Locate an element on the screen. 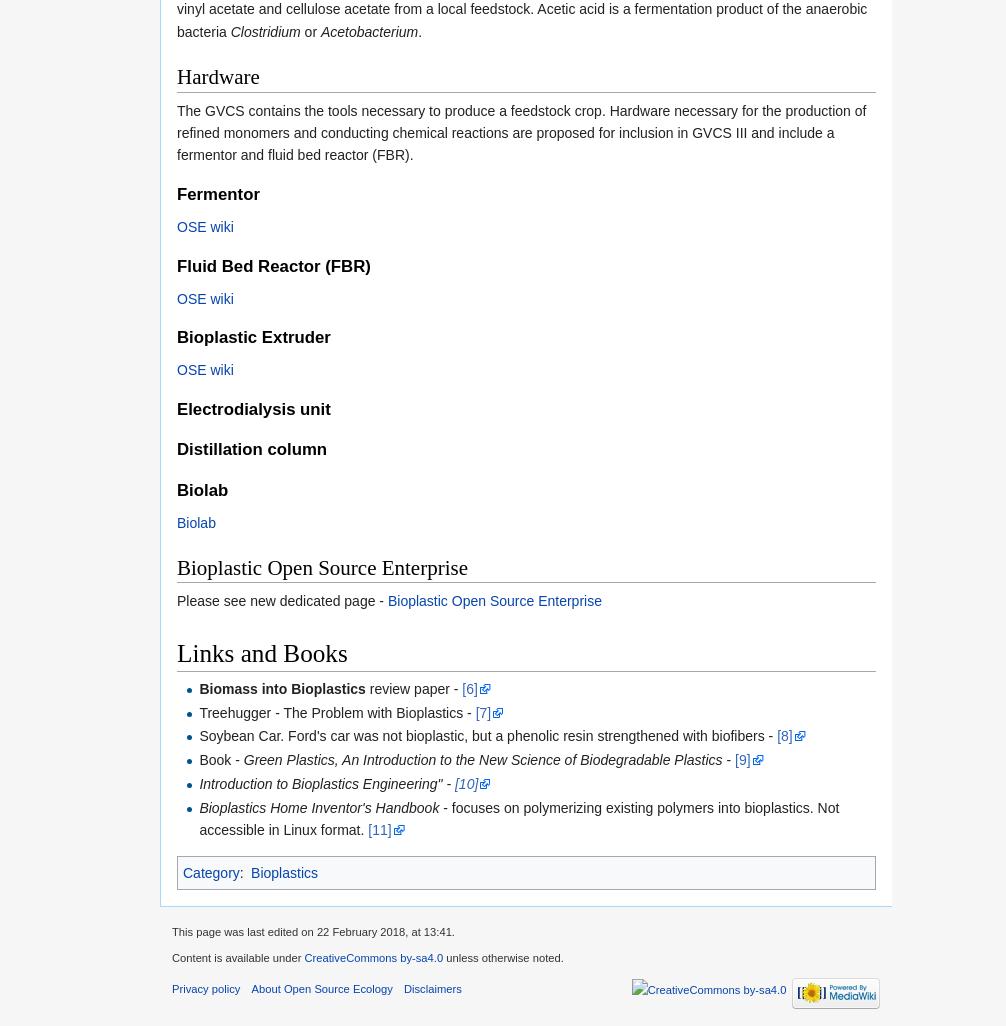 The width and height of the screenshot is (1006, 1026). '[8]' is located at coordinates (776, 735).